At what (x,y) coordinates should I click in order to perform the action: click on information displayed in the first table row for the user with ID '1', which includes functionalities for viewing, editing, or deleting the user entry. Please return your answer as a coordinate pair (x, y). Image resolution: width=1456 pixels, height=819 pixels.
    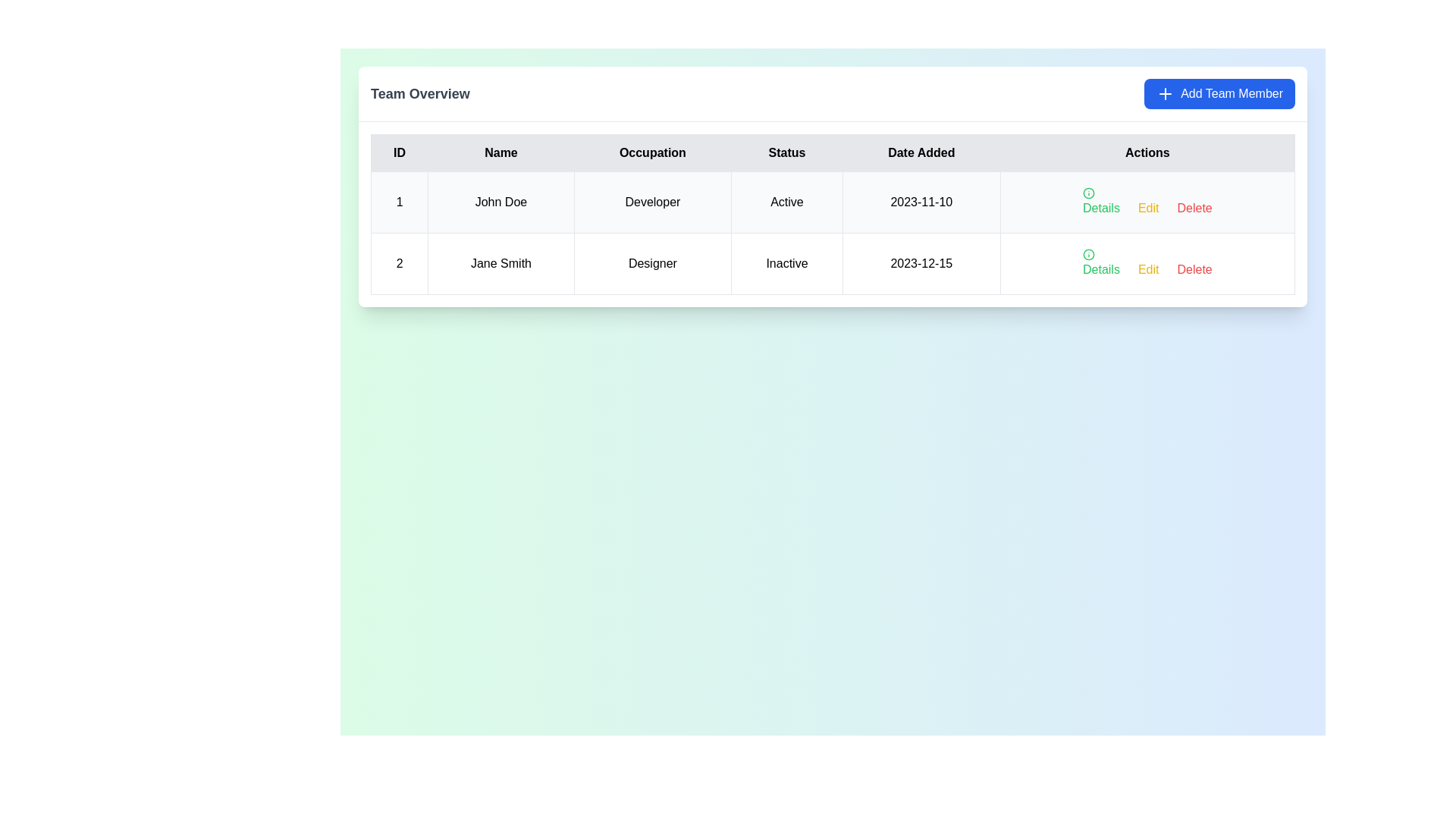
    Looking at the image, I should click on (832, 201).